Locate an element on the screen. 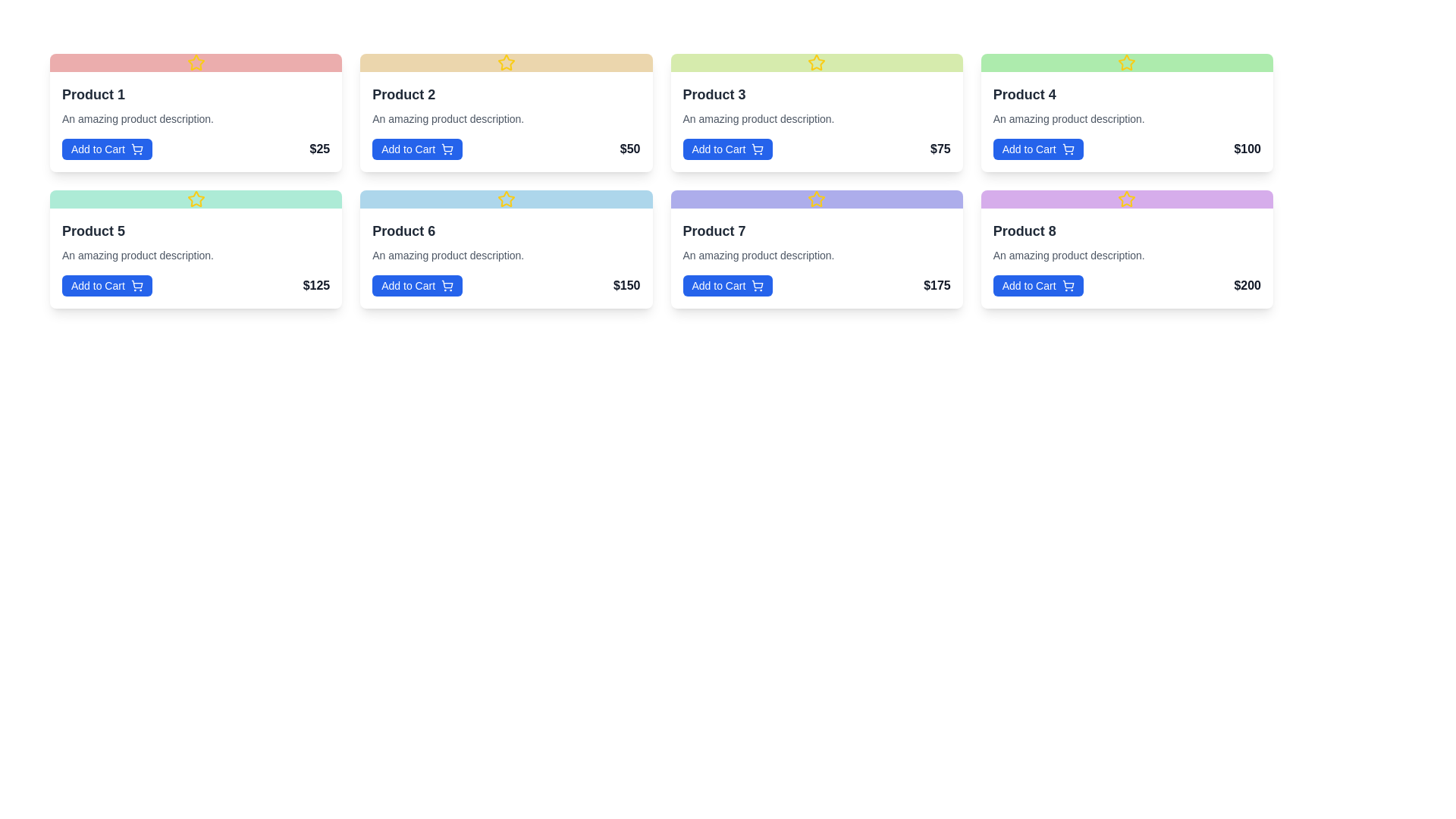 The height and width of the screenshot is (819, 1456). the text label that describes 'An amazing product description.' which is located under the 'Product 3' heading in the card layout is located at coordinates (758, 118).